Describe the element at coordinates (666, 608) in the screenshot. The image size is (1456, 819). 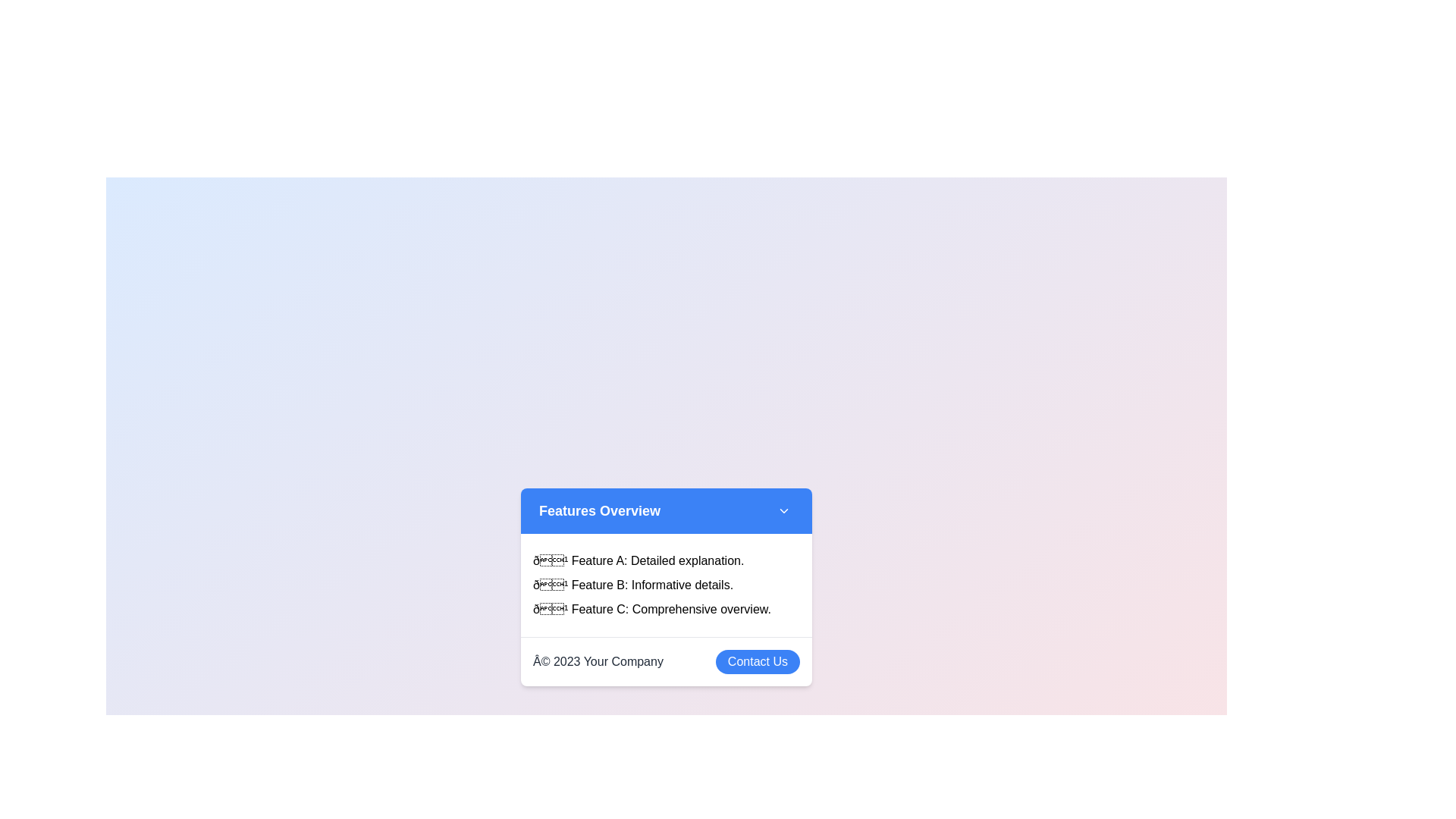
I see `the text label that reads "🔹 Feature C: Comprehensive overview." which is the third item in the Features Overview section` at that location.